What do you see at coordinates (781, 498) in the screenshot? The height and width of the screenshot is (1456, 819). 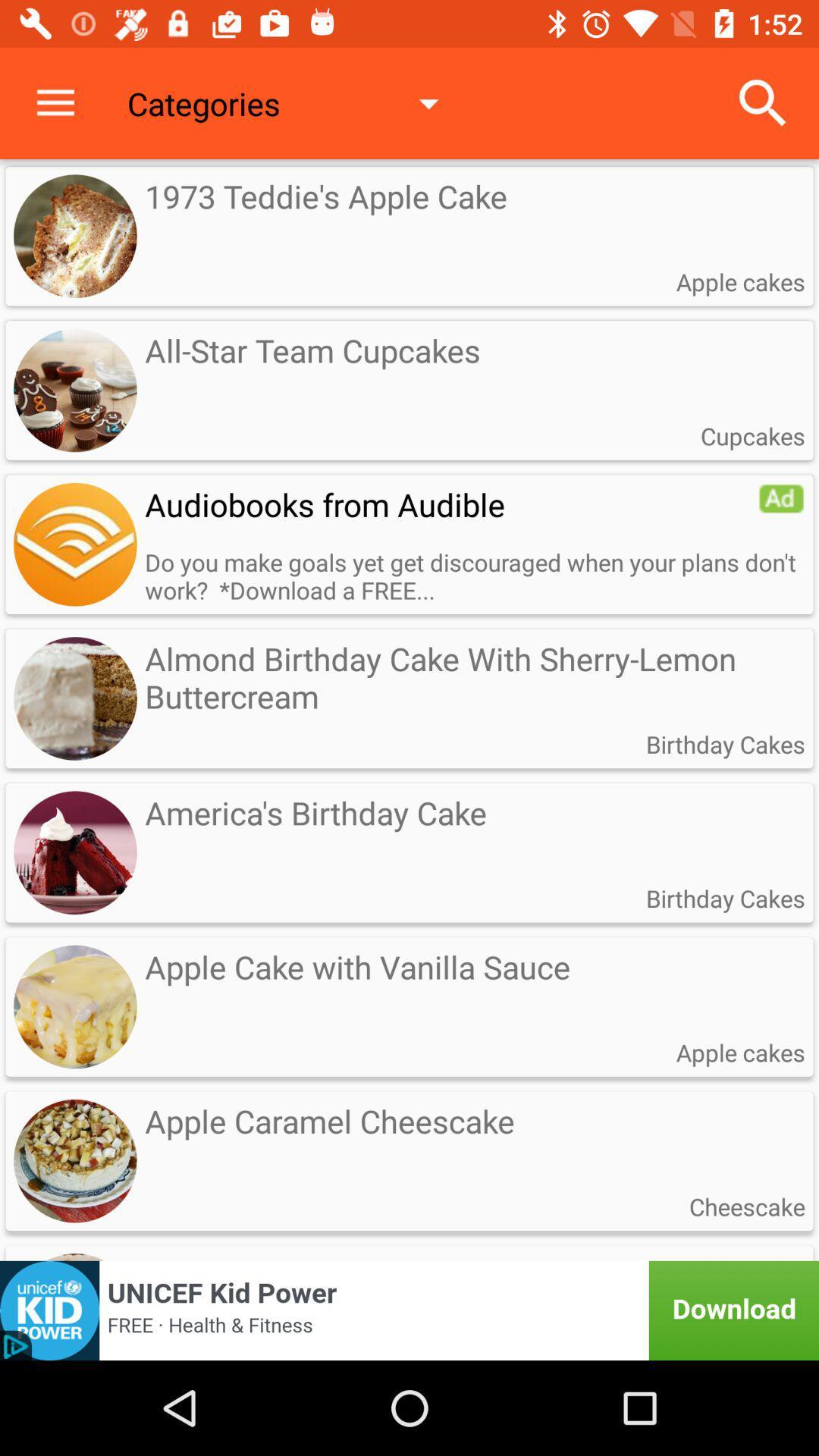 I see `the item below the cupcakes item` at bounding box center [781, 498].